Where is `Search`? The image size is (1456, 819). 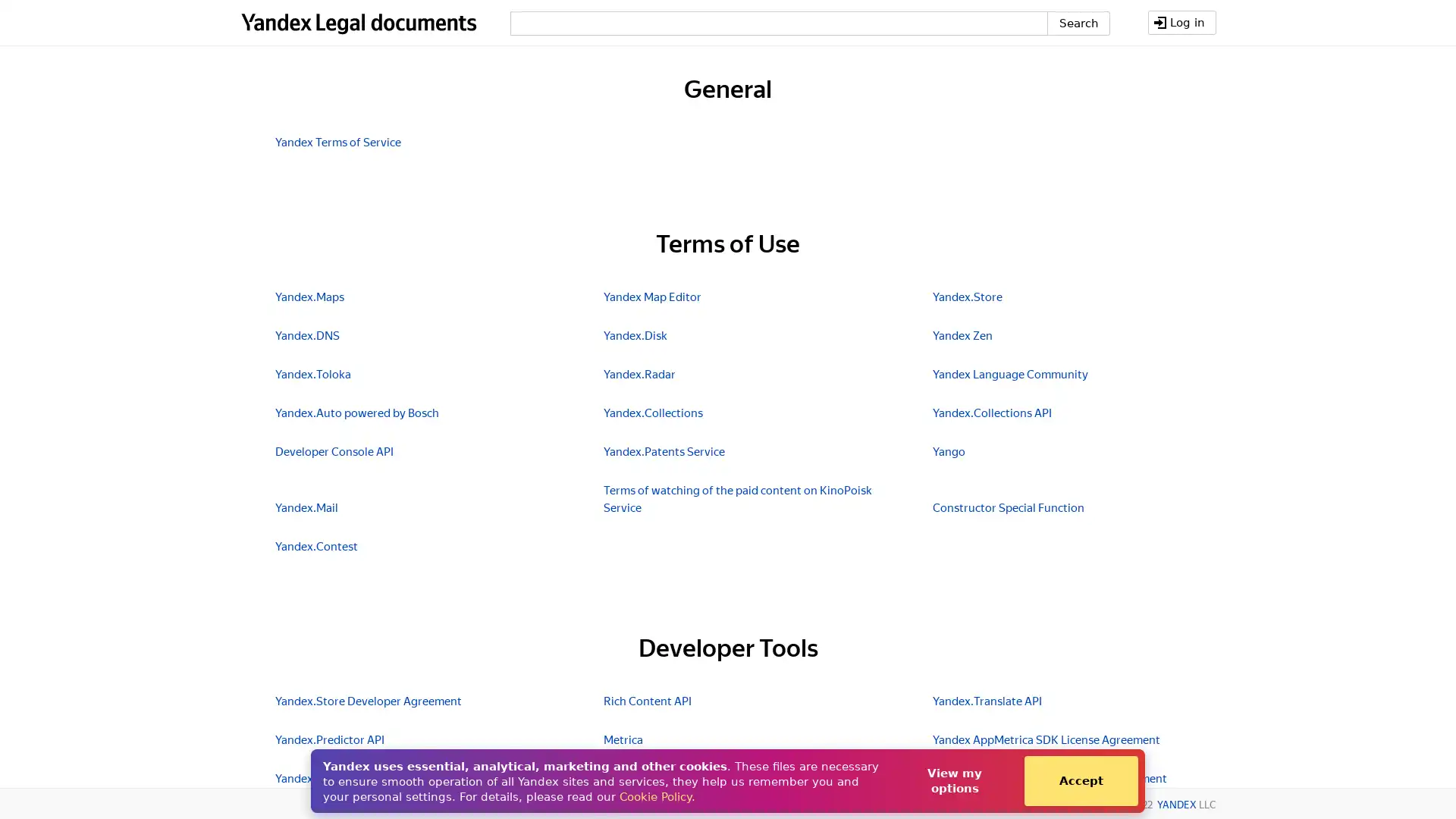
Search is located at coordinates (1077, 23).